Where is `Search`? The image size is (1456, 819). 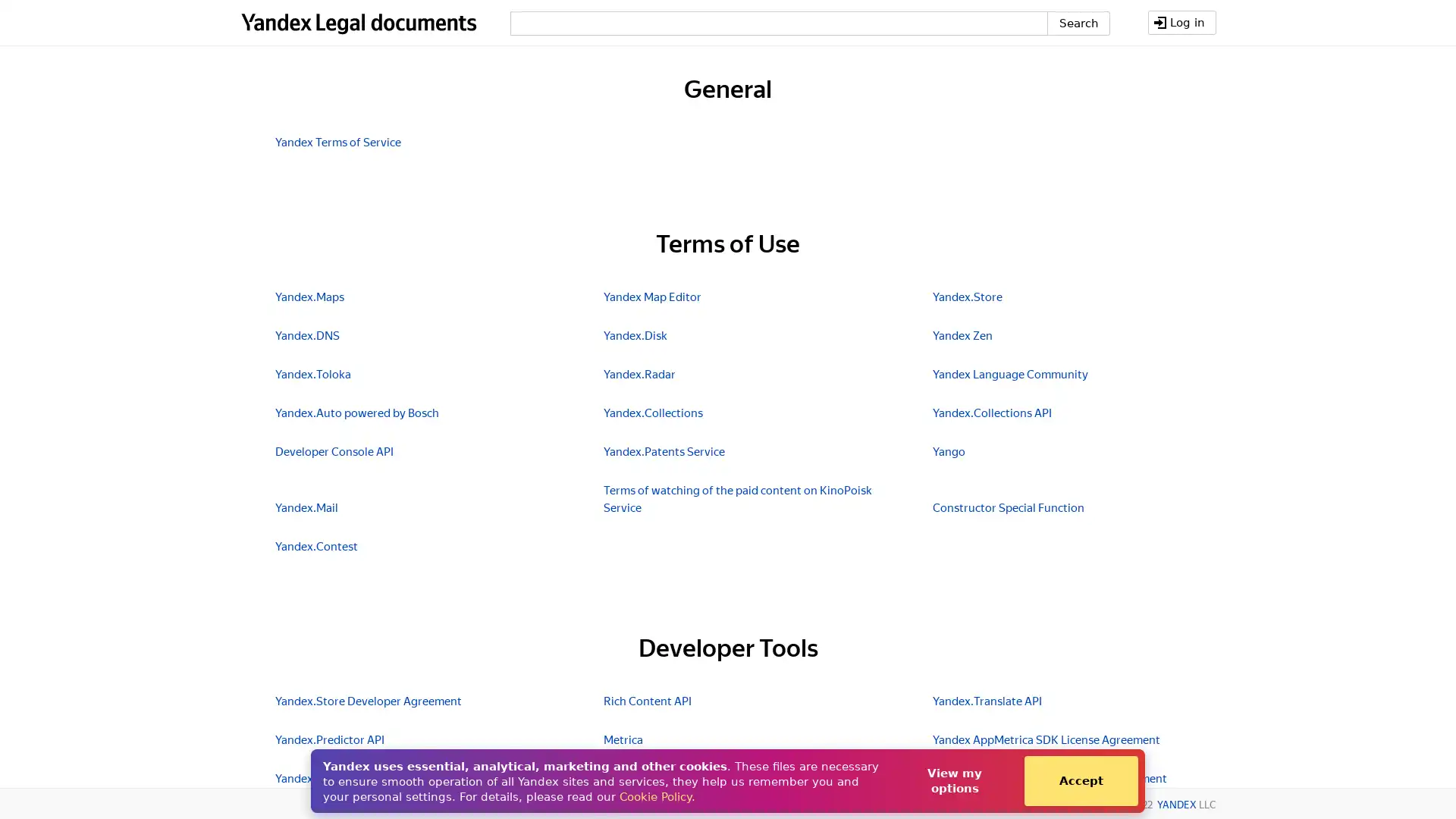
Search is located at coordinates (1077, 23).